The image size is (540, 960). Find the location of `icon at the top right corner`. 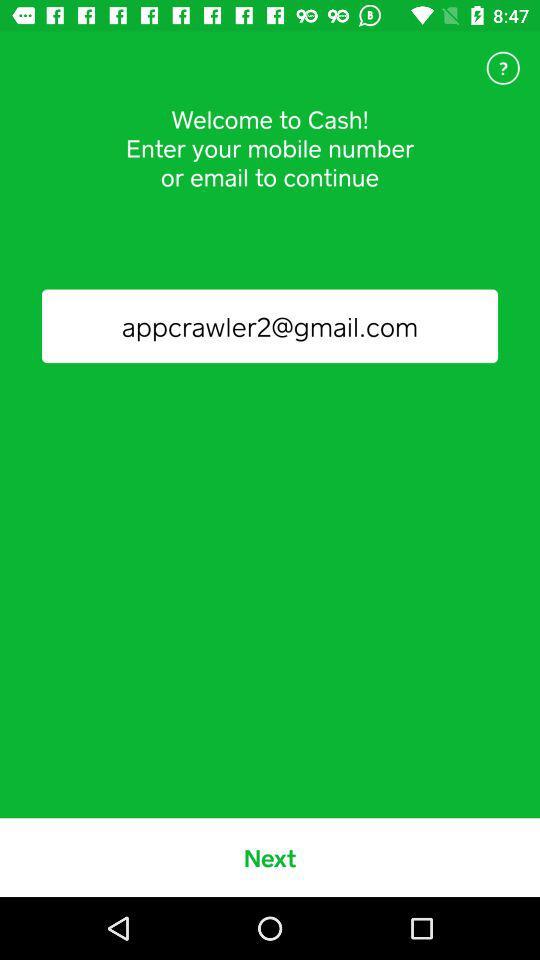

icon at the top right corner is located at coordinates (502, 68).